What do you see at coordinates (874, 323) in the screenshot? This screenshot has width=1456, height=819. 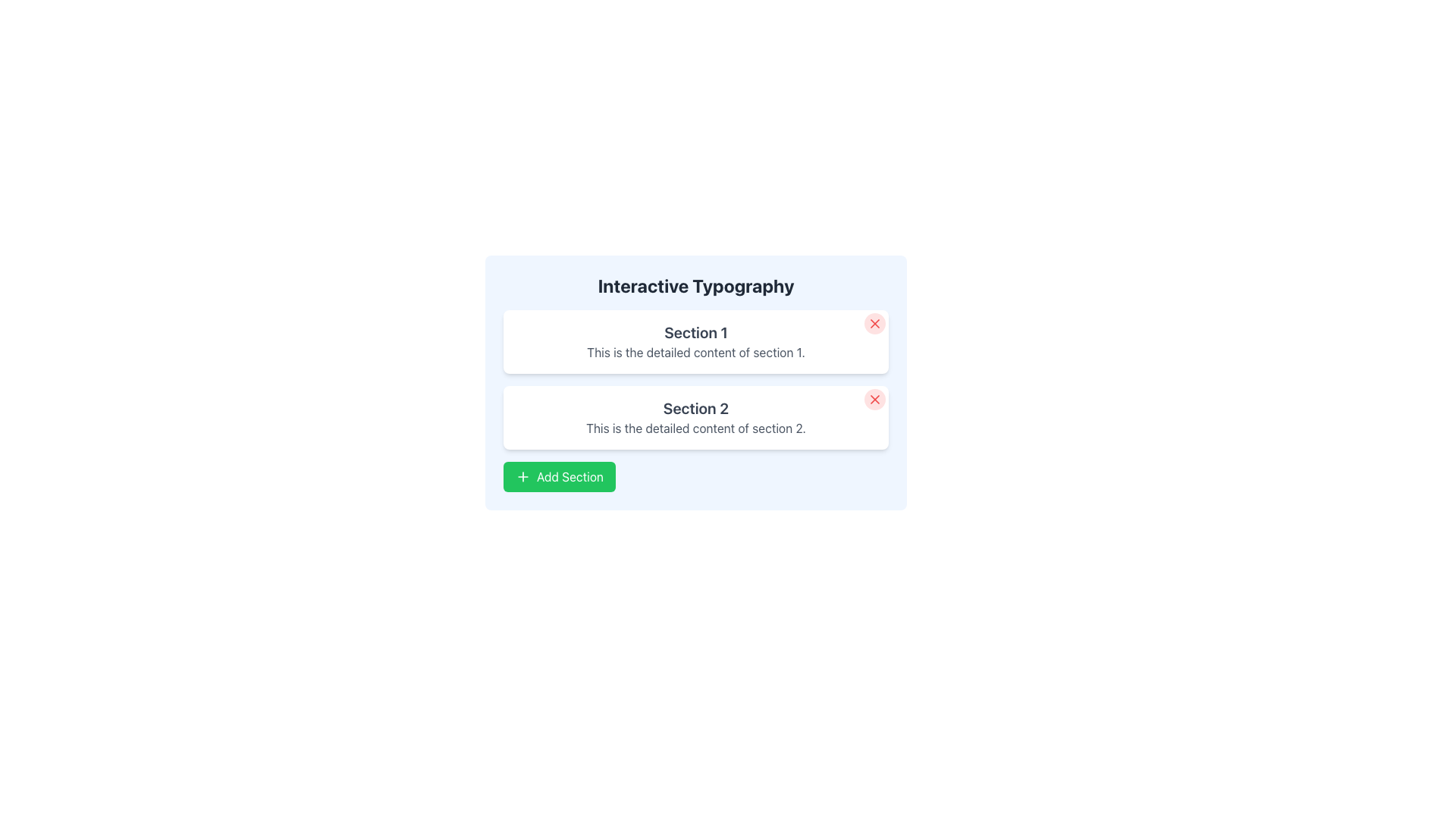 I see `the close button located at the top-right corner of the 'Section 1' card` at bounding box center [874, 323].